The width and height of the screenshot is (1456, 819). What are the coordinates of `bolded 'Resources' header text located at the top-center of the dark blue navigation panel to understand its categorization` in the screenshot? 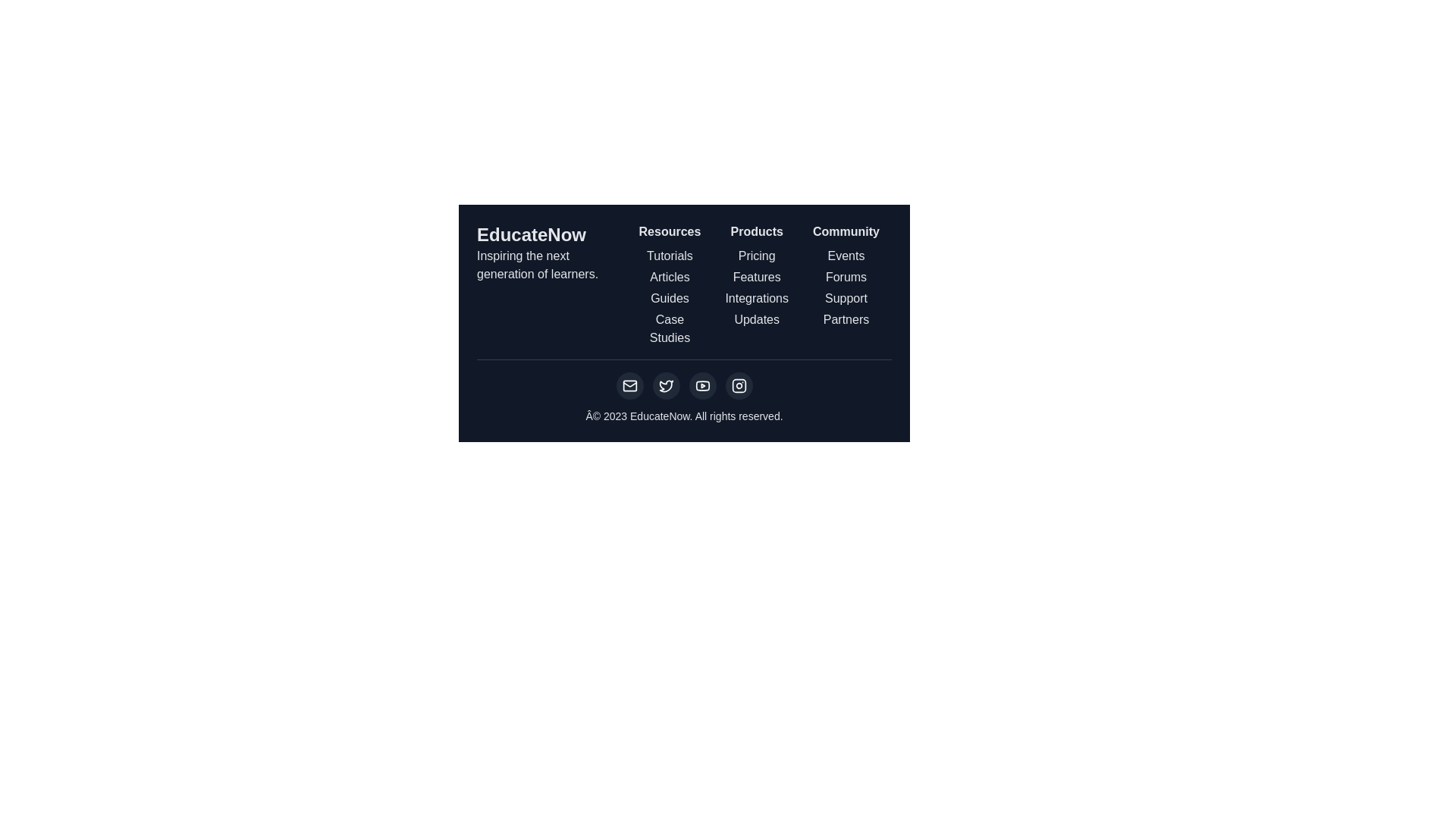 It's located at (669, 231).